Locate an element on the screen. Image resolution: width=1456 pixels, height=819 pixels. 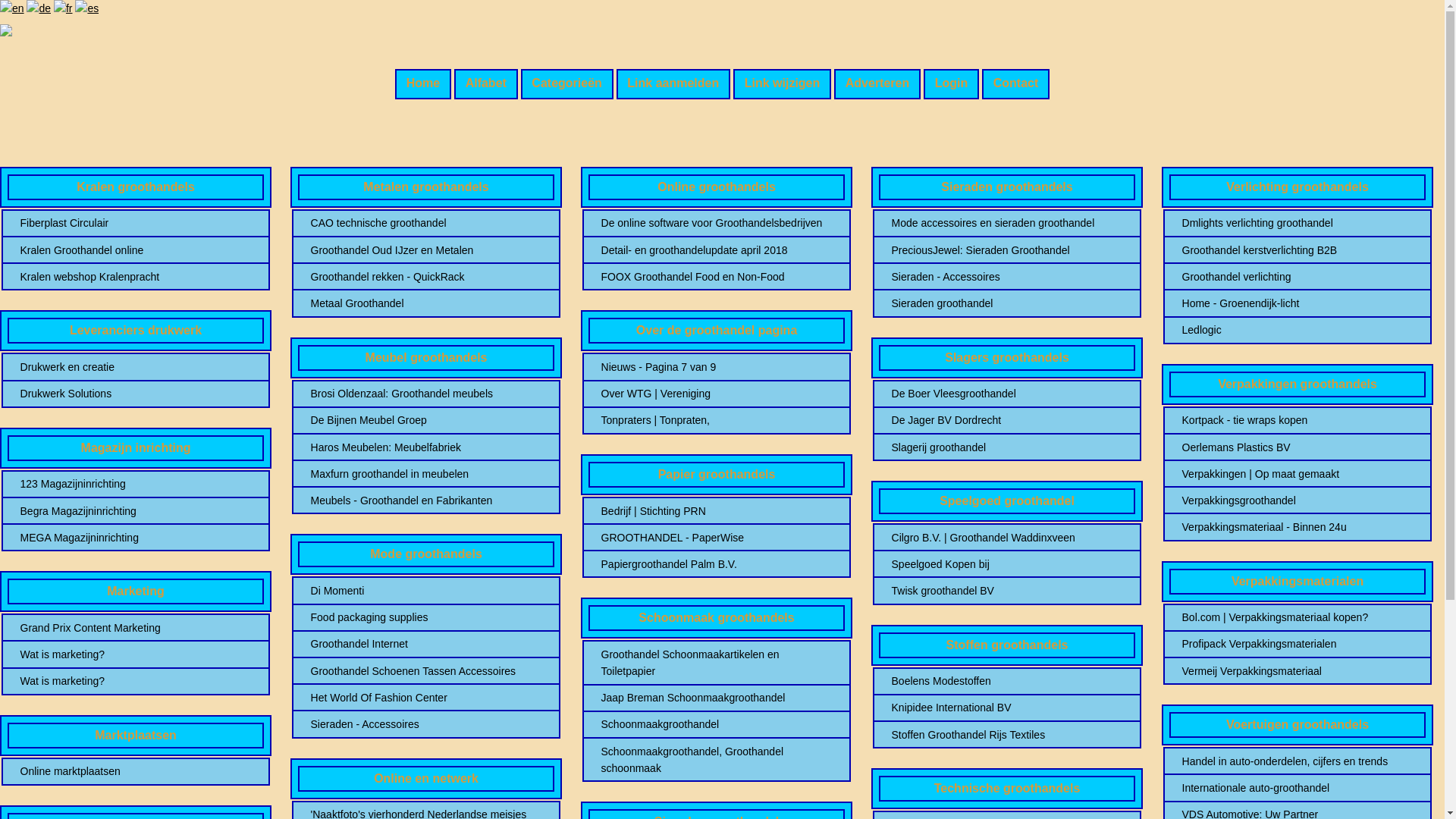
'Groothandel Oud IJzer en Metalen' is located at coordinates (425, 249).